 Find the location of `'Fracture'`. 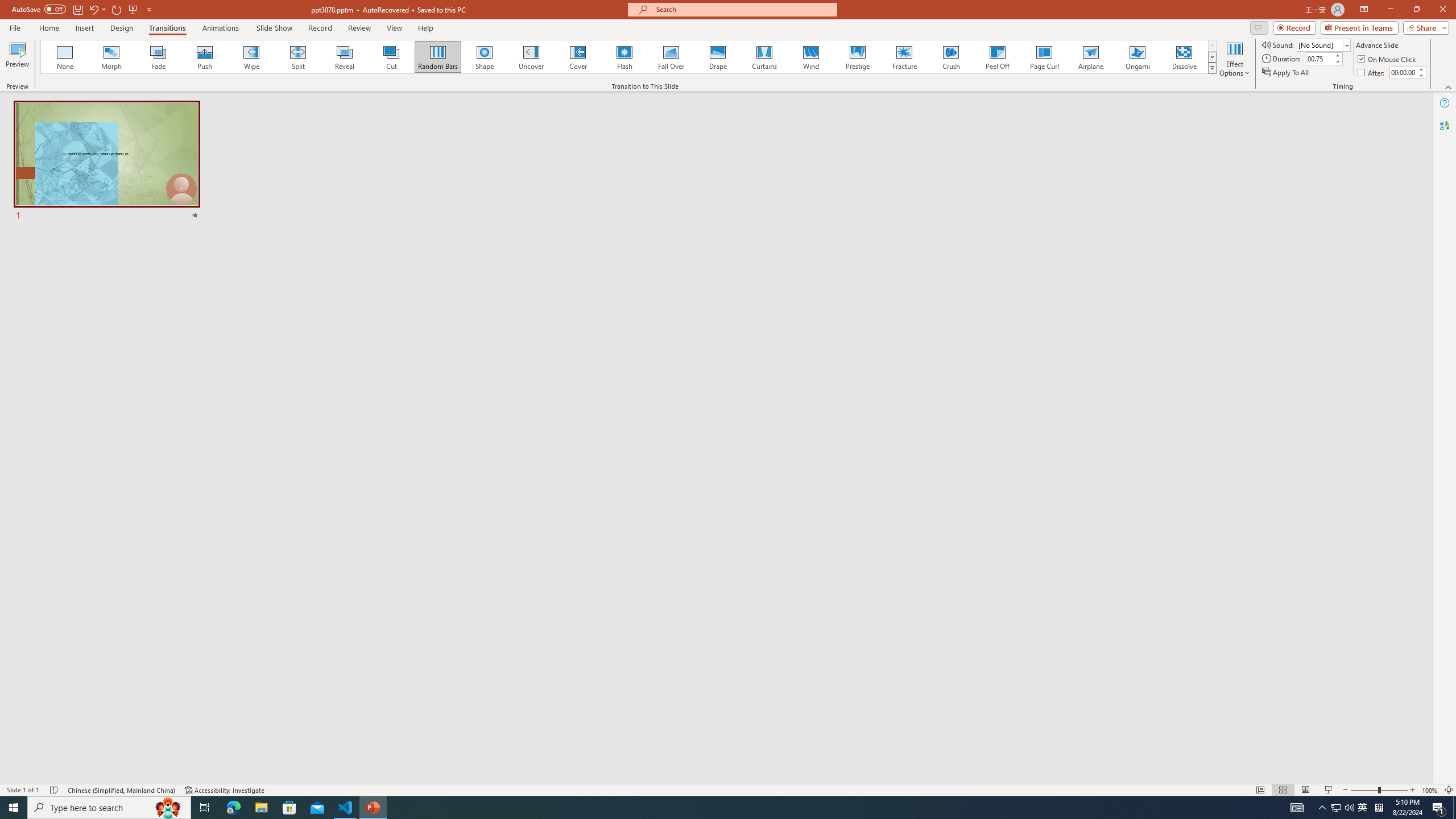

'Fracture' is located at coordinates (904, 56).